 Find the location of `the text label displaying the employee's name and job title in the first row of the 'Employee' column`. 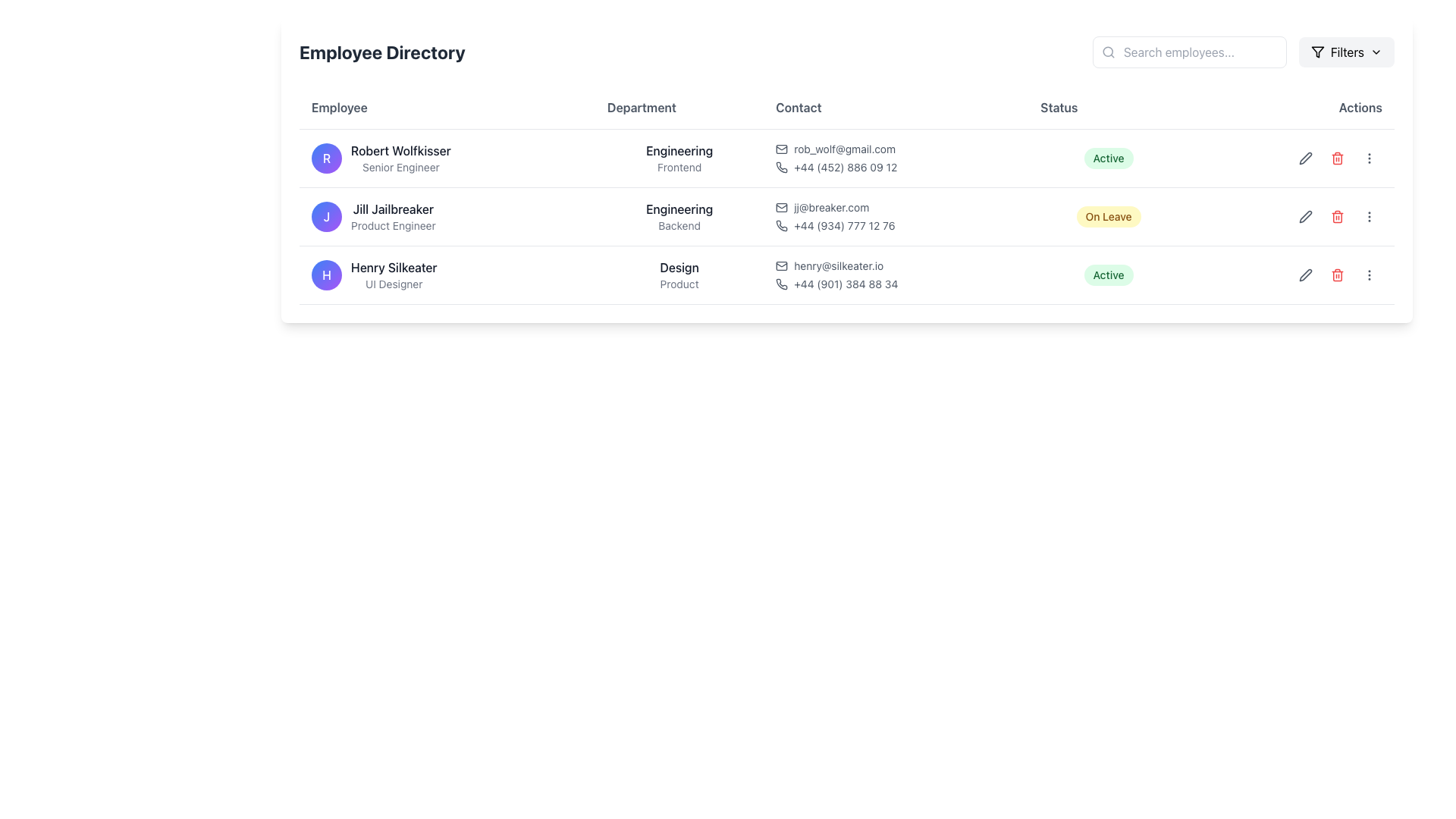

the text label displaying the employee's name and job title in the first row of the 'Employee' column is located at coordinates (400, 158).